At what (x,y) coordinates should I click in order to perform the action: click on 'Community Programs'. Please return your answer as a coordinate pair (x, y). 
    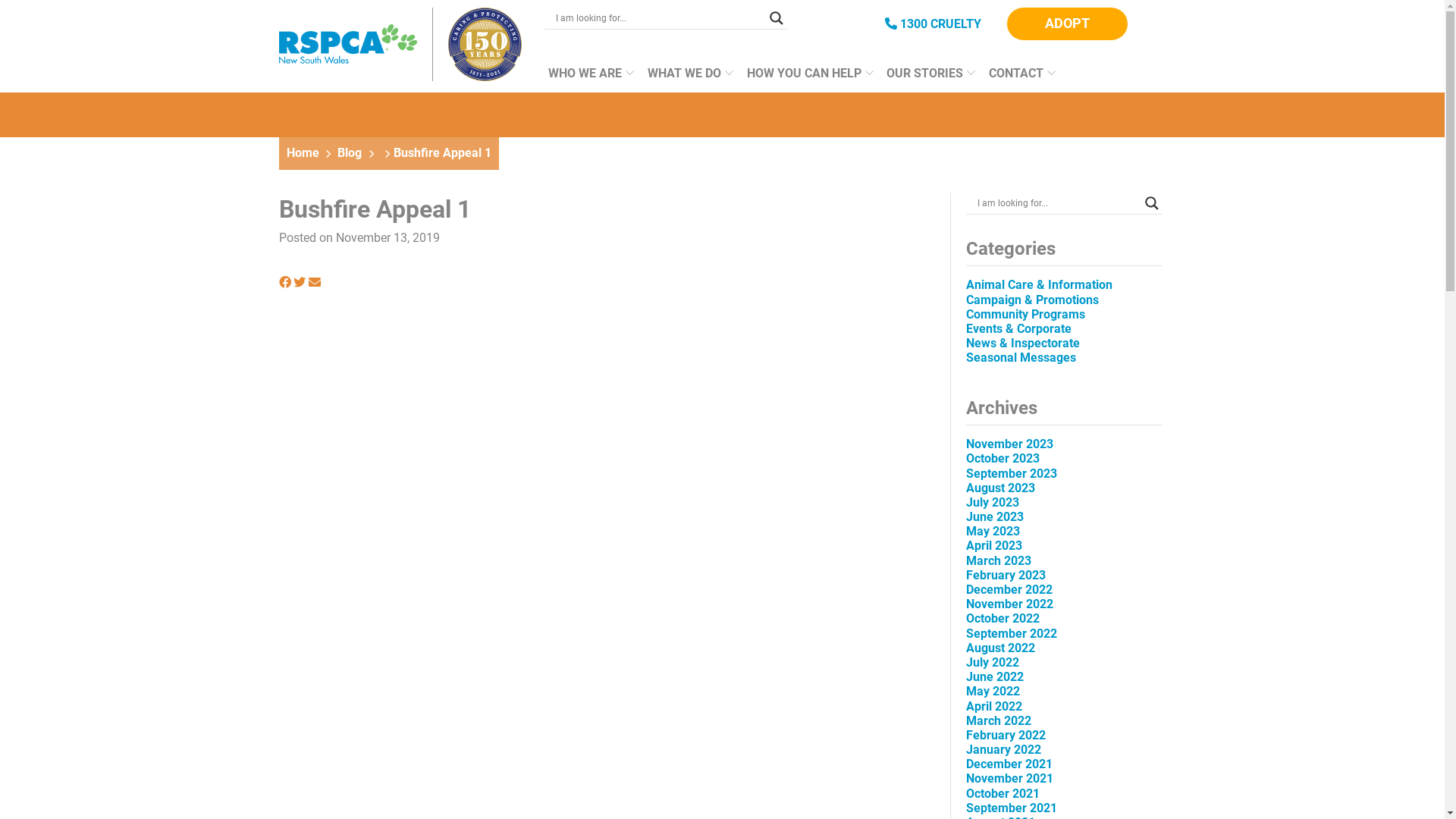
    Looking at the image, I should click on (1025, 313).